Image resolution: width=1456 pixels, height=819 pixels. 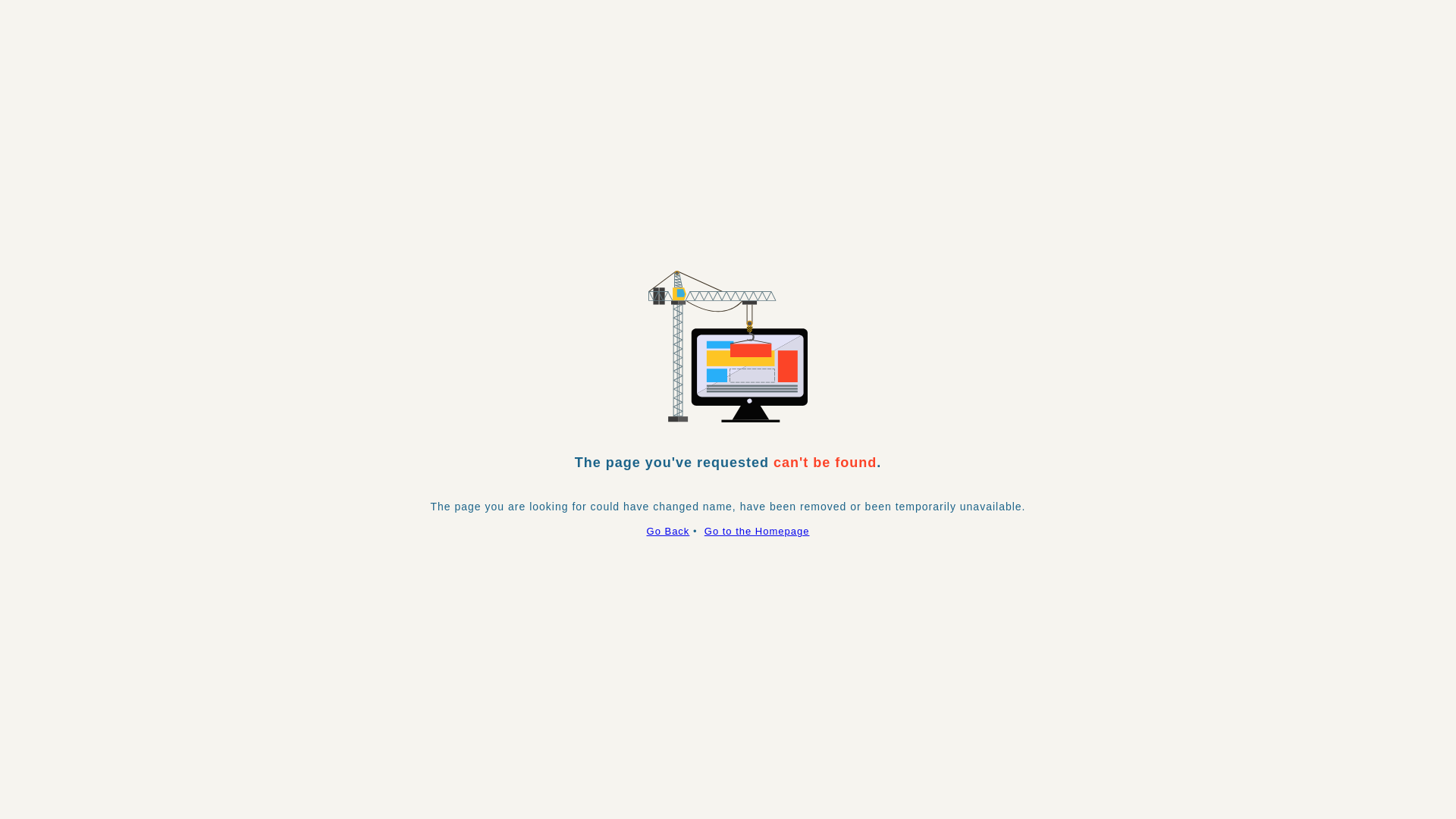 I want to click on 'Go Back', so click(x=647, y=530).